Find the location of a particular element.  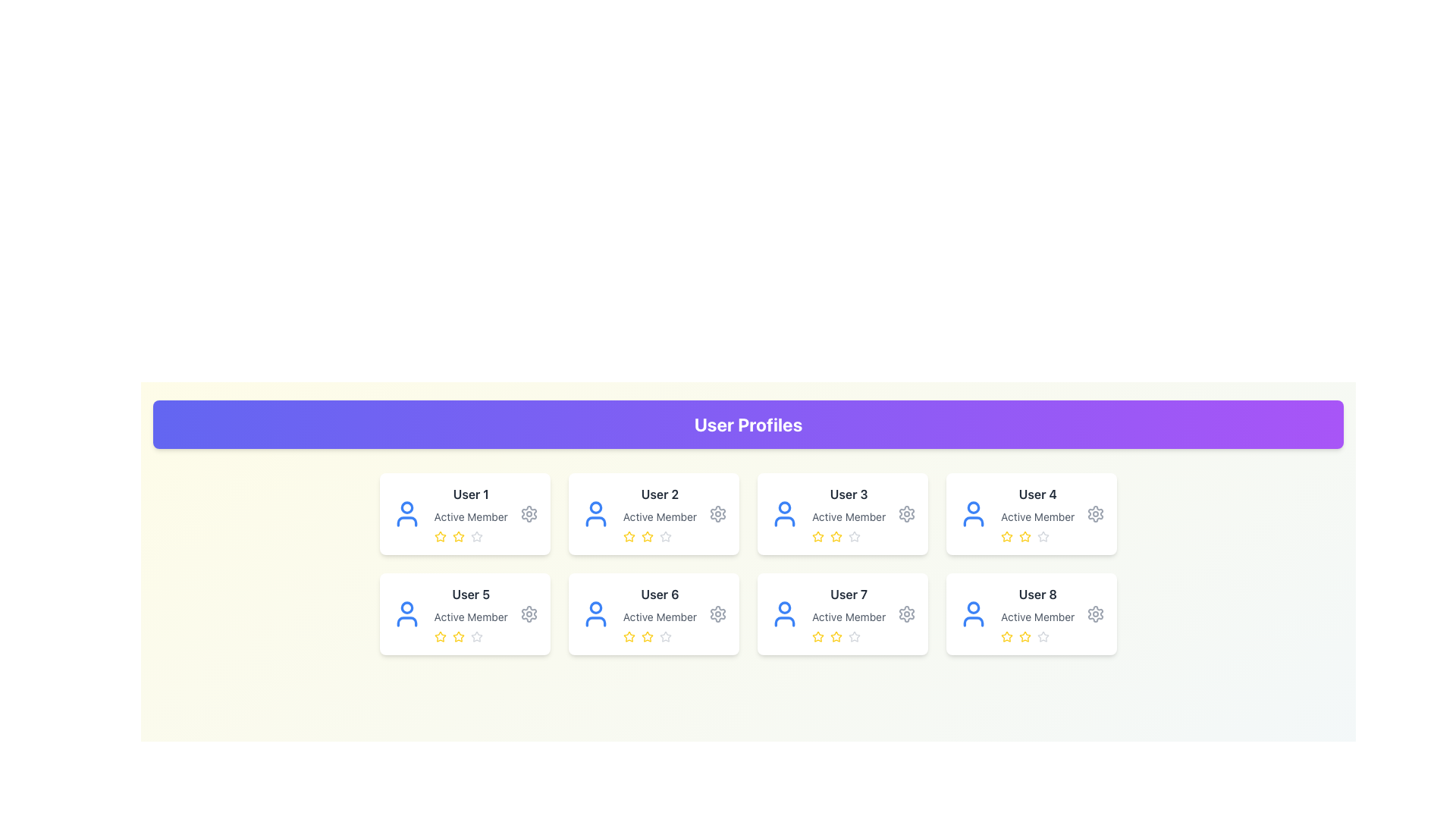

the settings icon located at the top-right corner of User 3's card in the user profile section is located at coordinates (907, 513).